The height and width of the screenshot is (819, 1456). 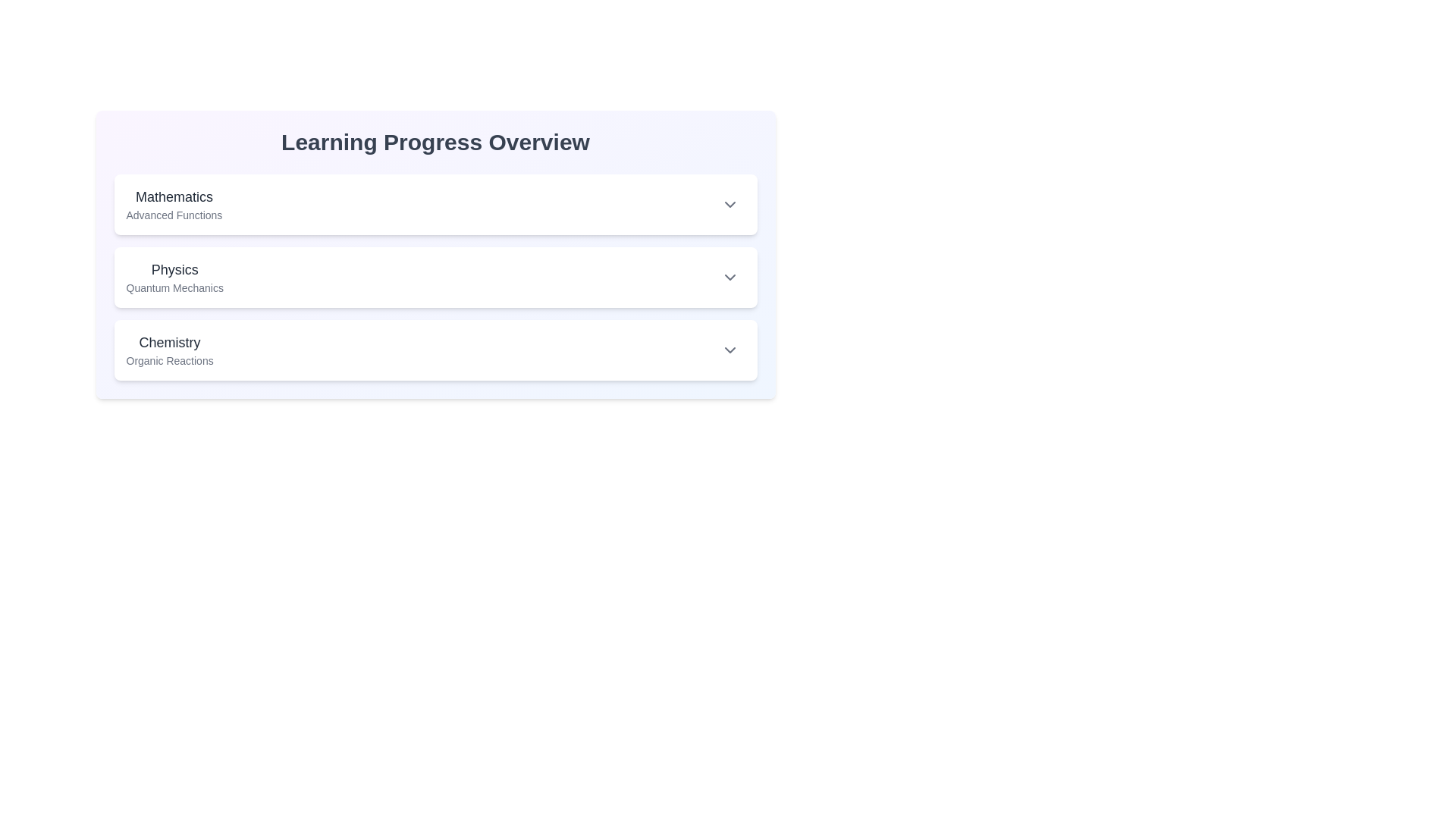 I want to click on the down arrow icon button located at the far right of the 'Physics' section header, so click(x=730, y=278).